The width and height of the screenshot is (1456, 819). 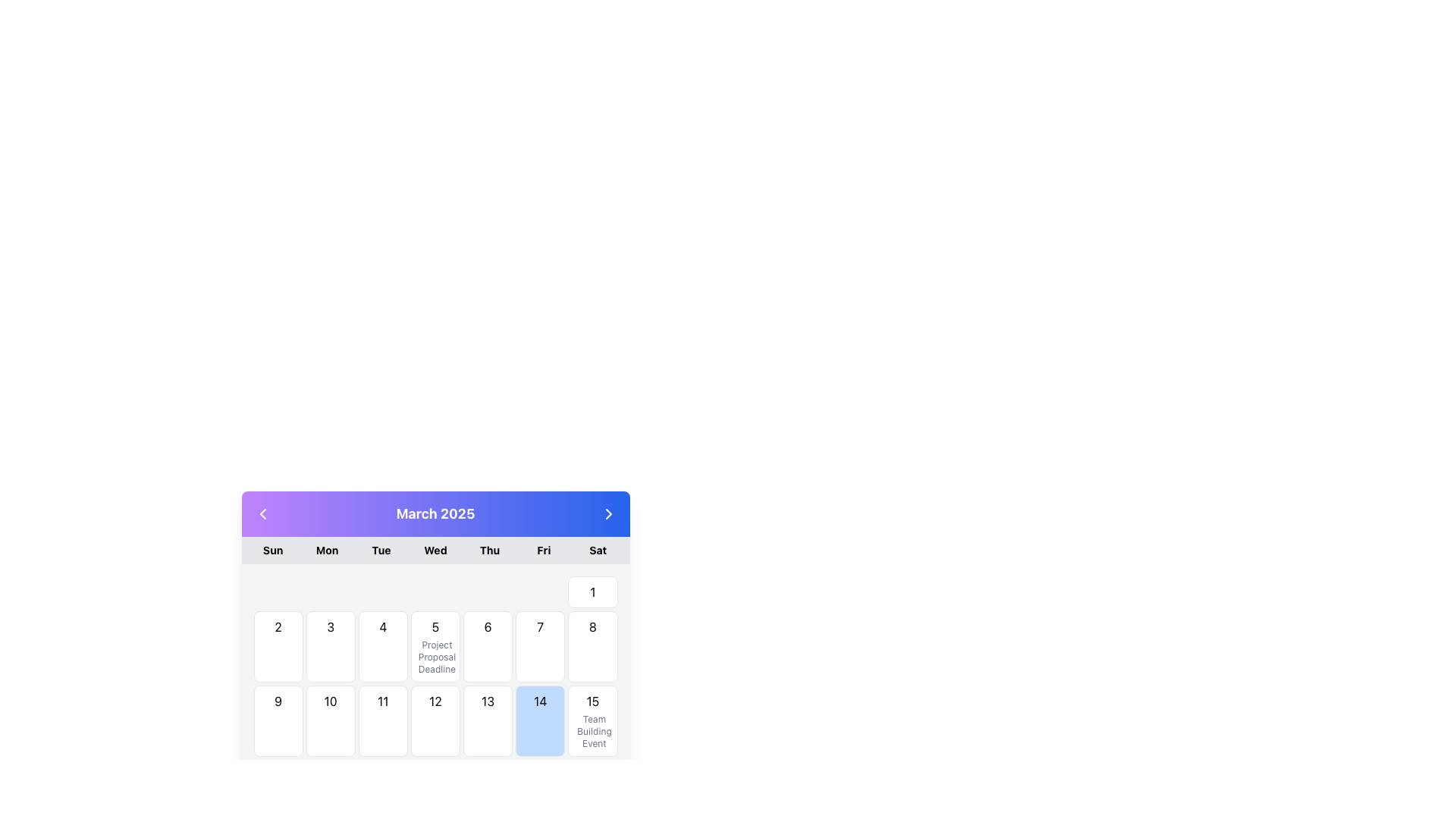 What do you see at coordinates (383, 720) in the screenshot?
I see `the calendar button representing the specific day in the second row, third column` at bounding box center [383, 720].